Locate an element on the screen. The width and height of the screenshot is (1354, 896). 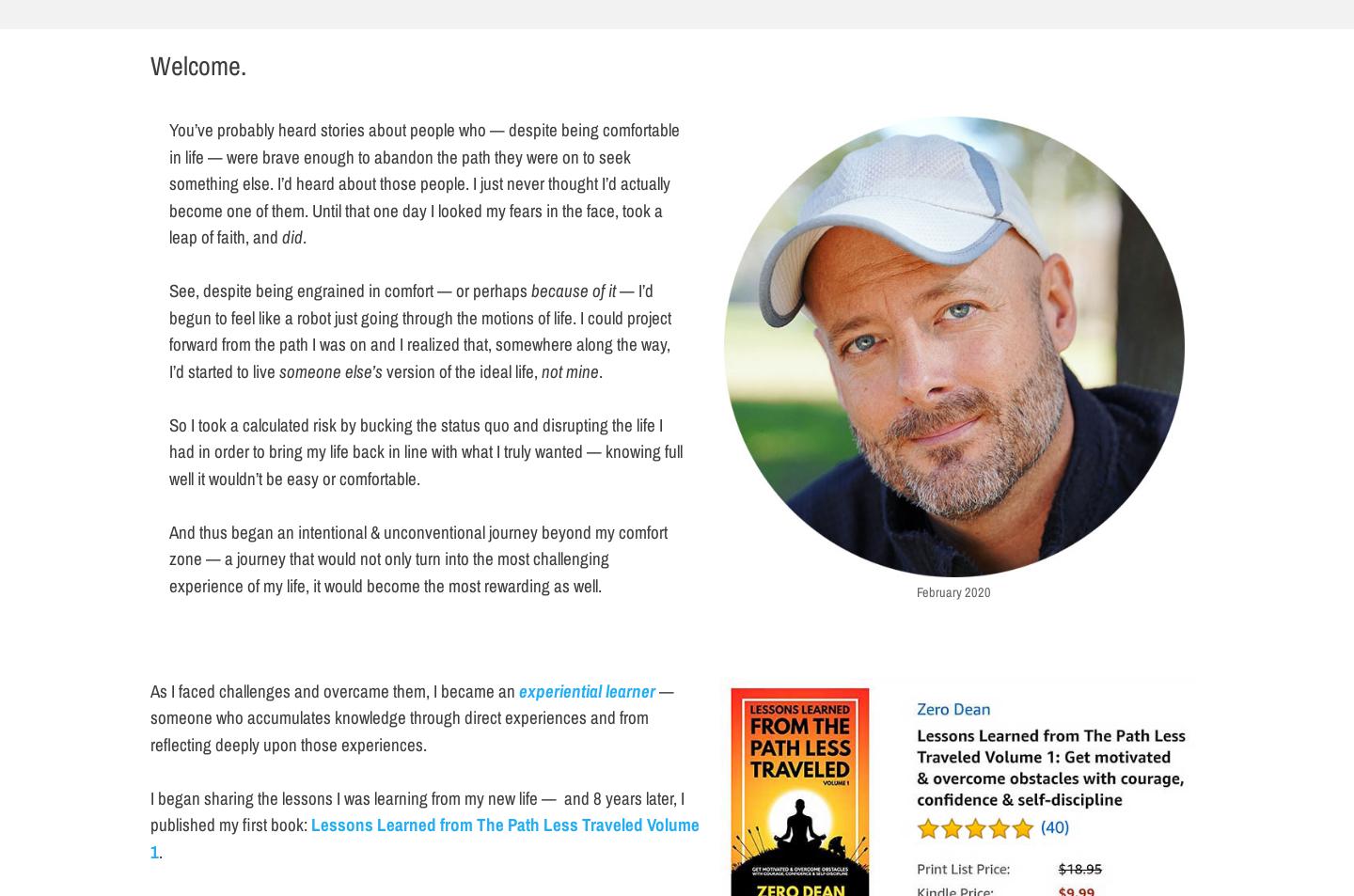
'version of the ideal life,' is located at coordinates (381, 369).